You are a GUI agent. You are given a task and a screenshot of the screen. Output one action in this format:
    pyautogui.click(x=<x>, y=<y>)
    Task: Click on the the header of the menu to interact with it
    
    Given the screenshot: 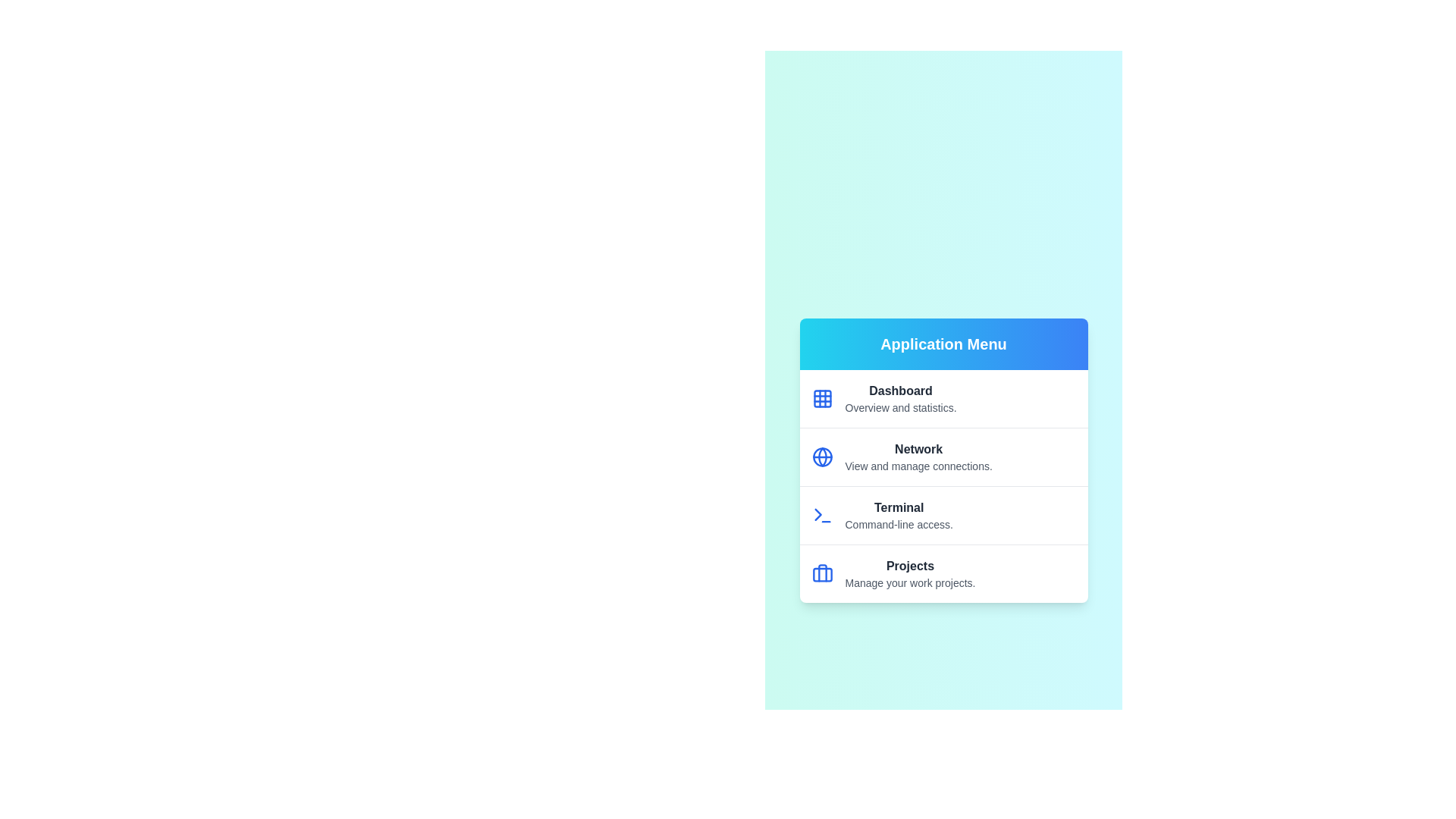 What is the action you would take?
    pyautogui.click(x=943, y=344)
    